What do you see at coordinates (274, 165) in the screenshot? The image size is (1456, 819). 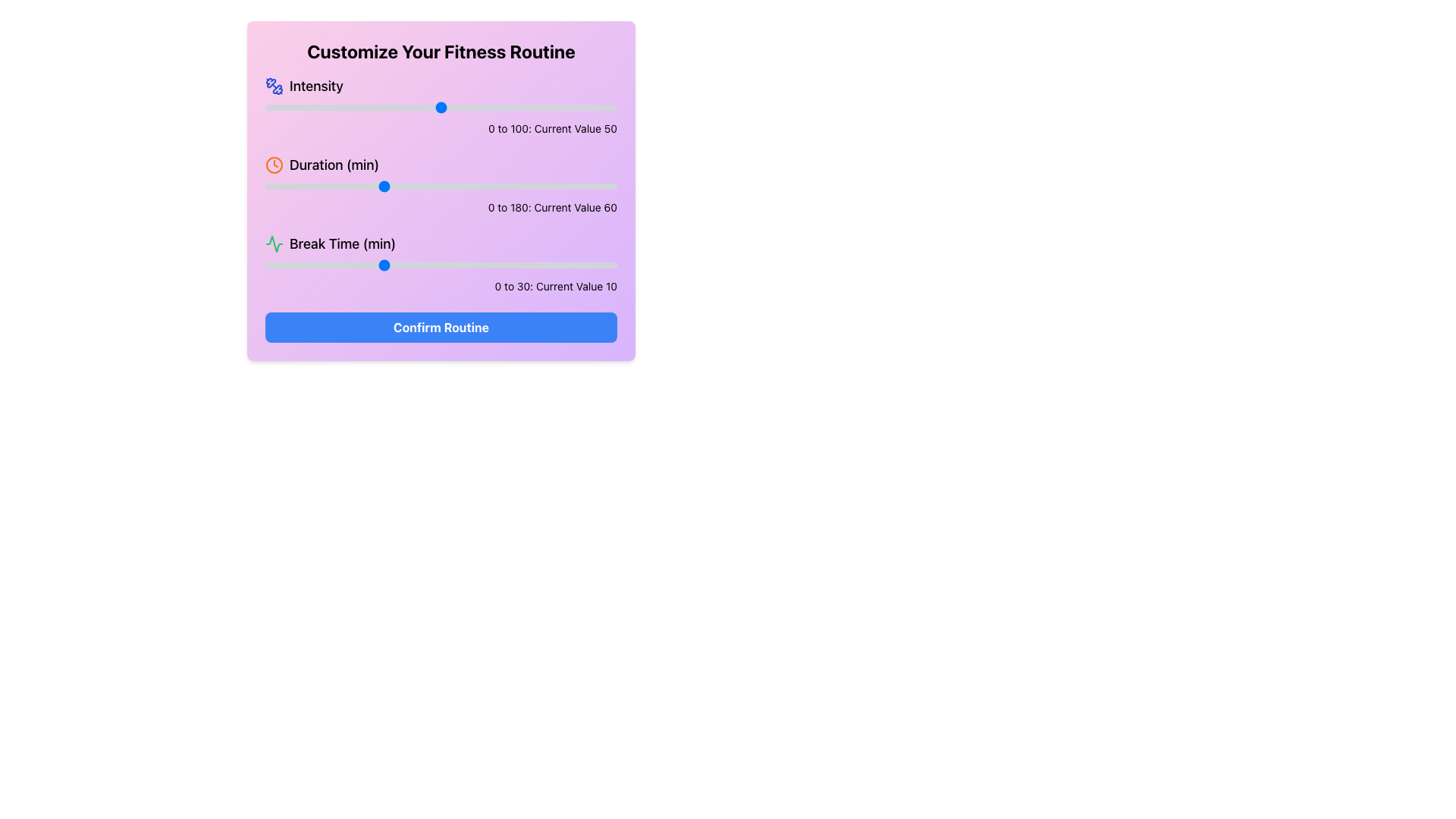 I see `the clock icon located in the 'Customize Your Fitness Routine' section, adjacent to the 'Duration (min)' label` at bounding box center [274, 165].